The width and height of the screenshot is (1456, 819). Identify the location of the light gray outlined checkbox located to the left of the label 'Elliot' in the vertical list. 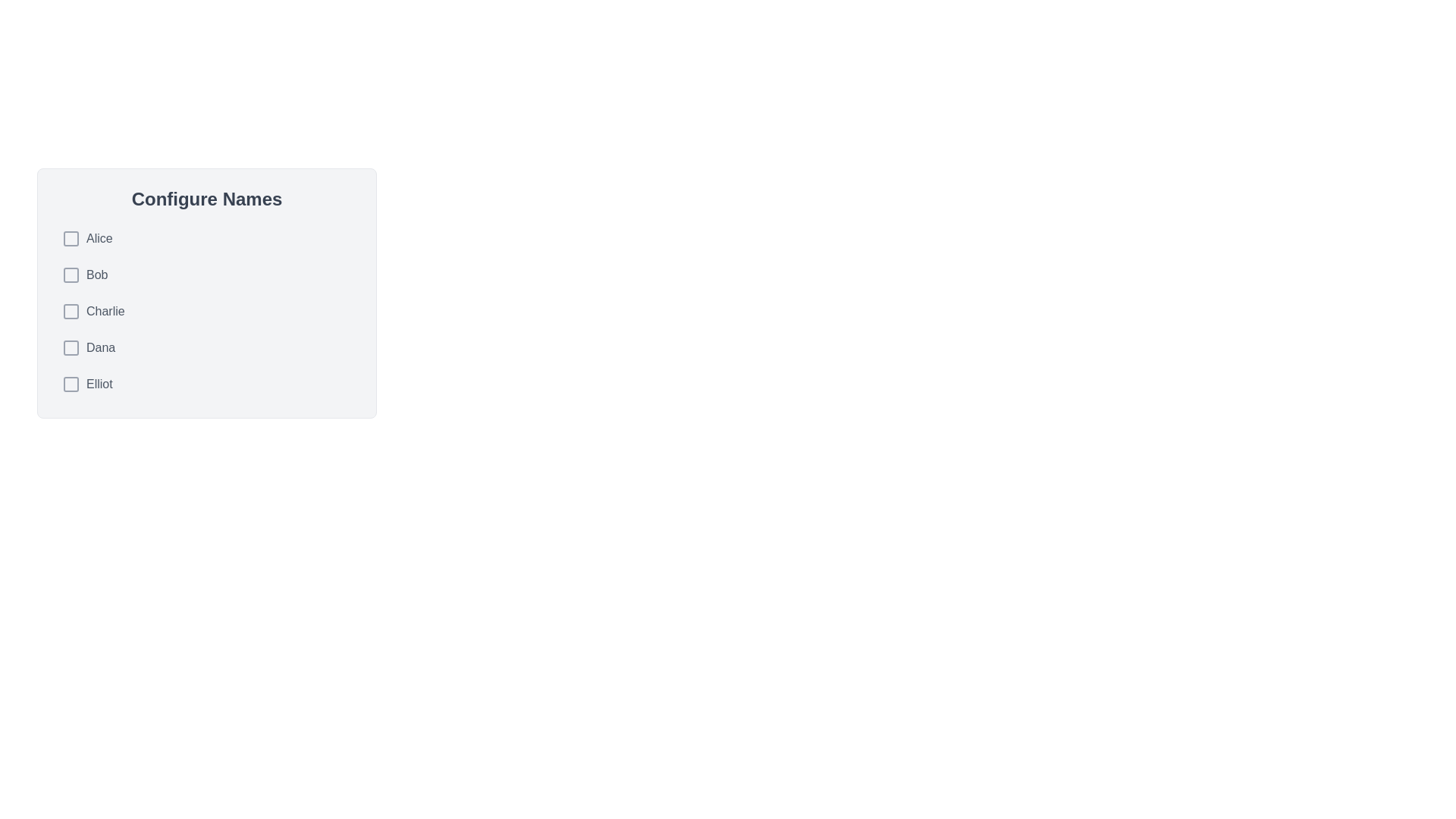
(71, 383).